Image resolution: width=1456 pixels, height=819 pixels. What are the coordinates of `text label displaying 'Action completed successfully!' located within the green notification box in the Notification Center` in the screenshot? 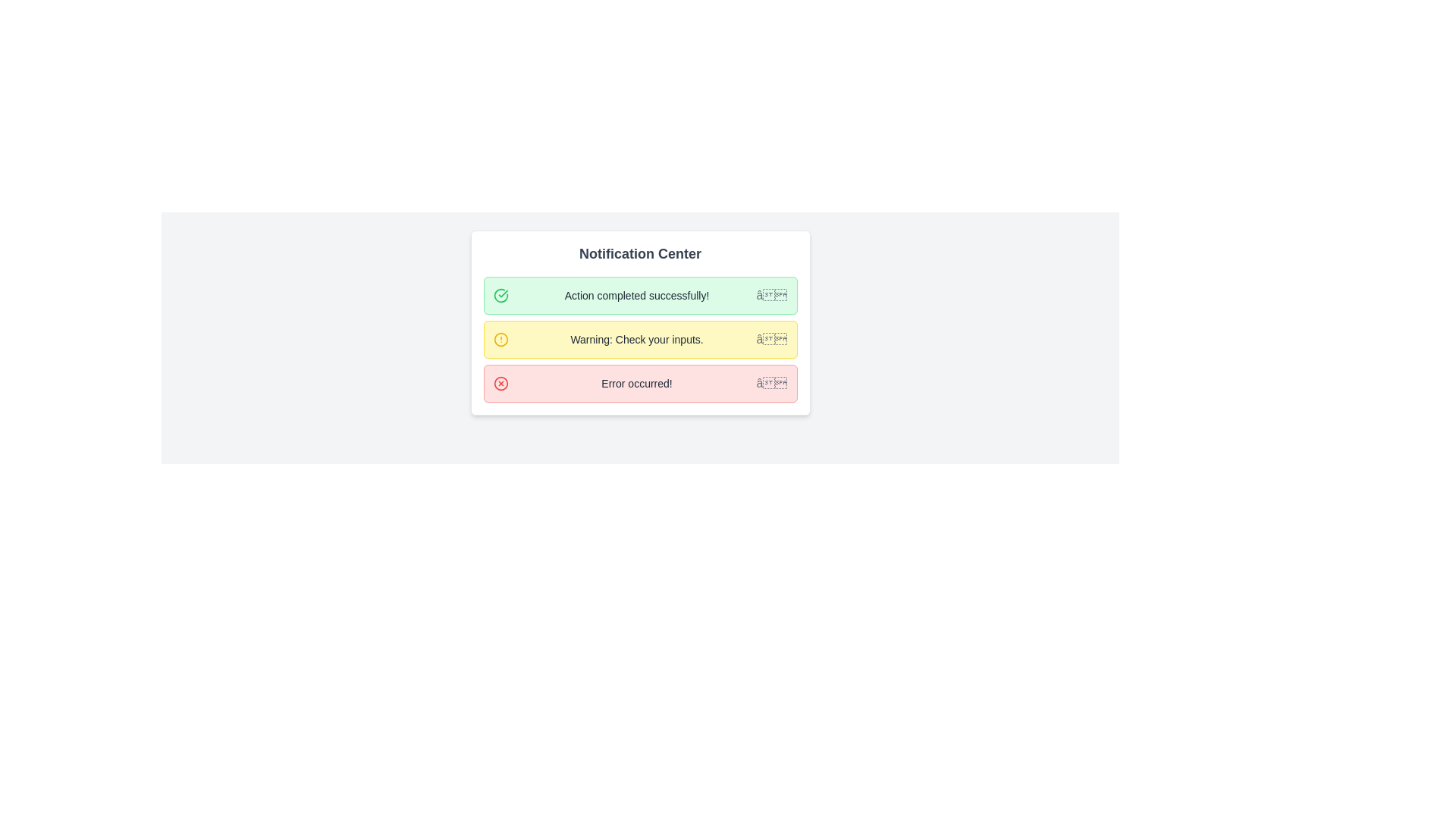 It's located at (637, 295).